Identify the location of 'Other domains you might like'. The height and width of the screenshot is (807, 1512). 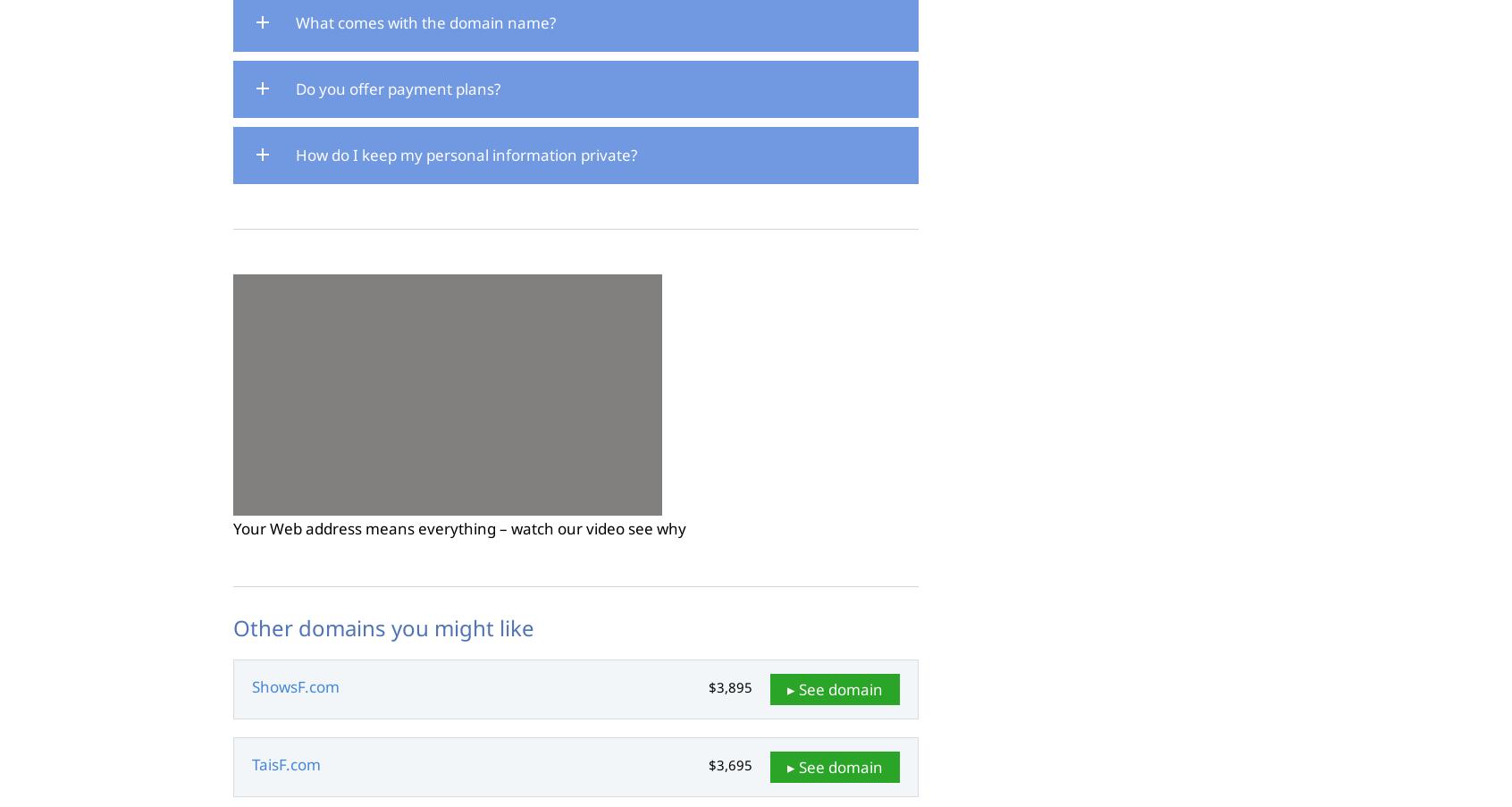
(382, 626).